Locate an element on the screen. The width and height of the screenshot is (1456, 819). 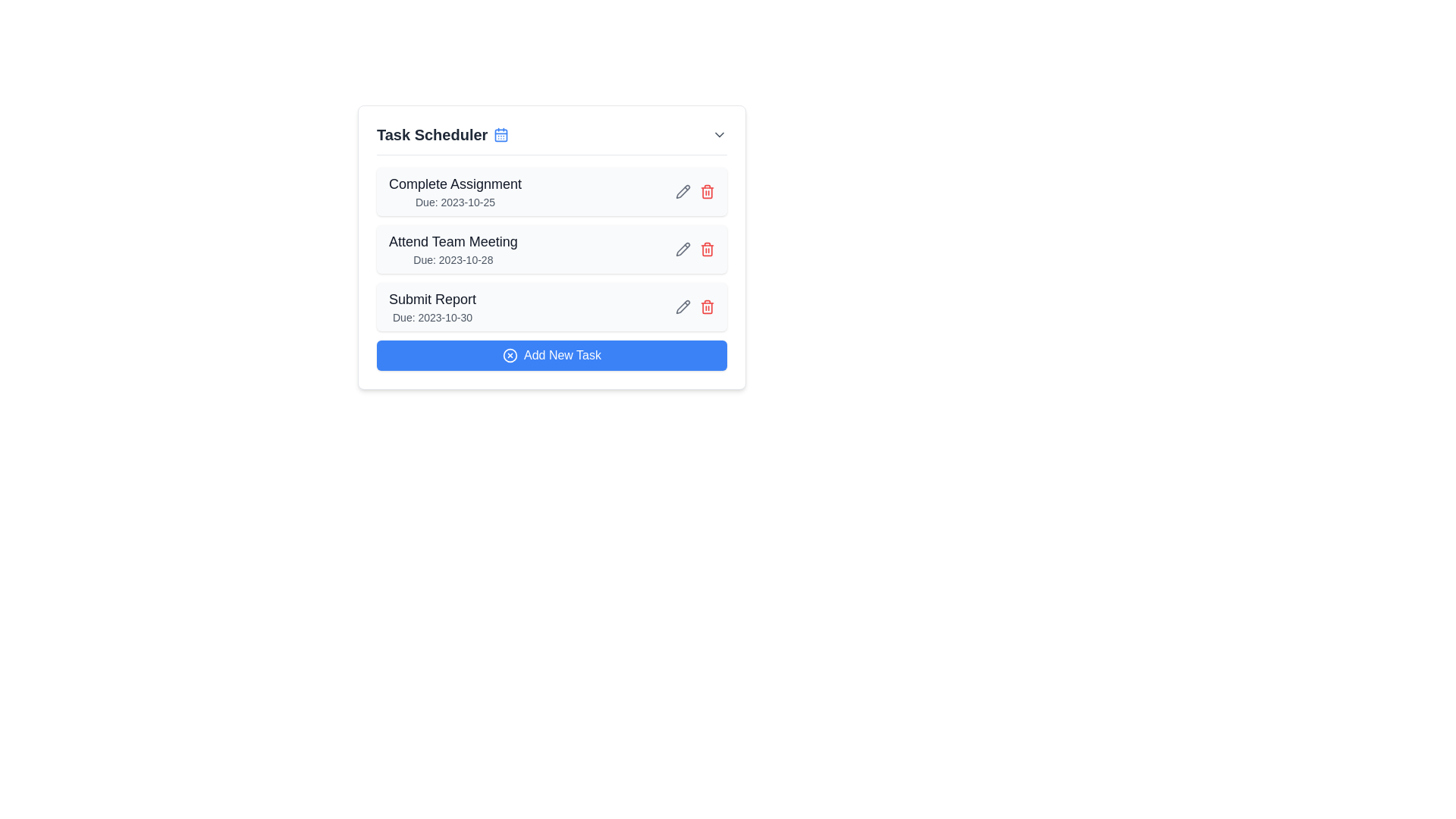
the bolded text label that reads 'Complete Assignment', which is the header of the first task card in the task scheduler interface is located at coordinates (454, 184).